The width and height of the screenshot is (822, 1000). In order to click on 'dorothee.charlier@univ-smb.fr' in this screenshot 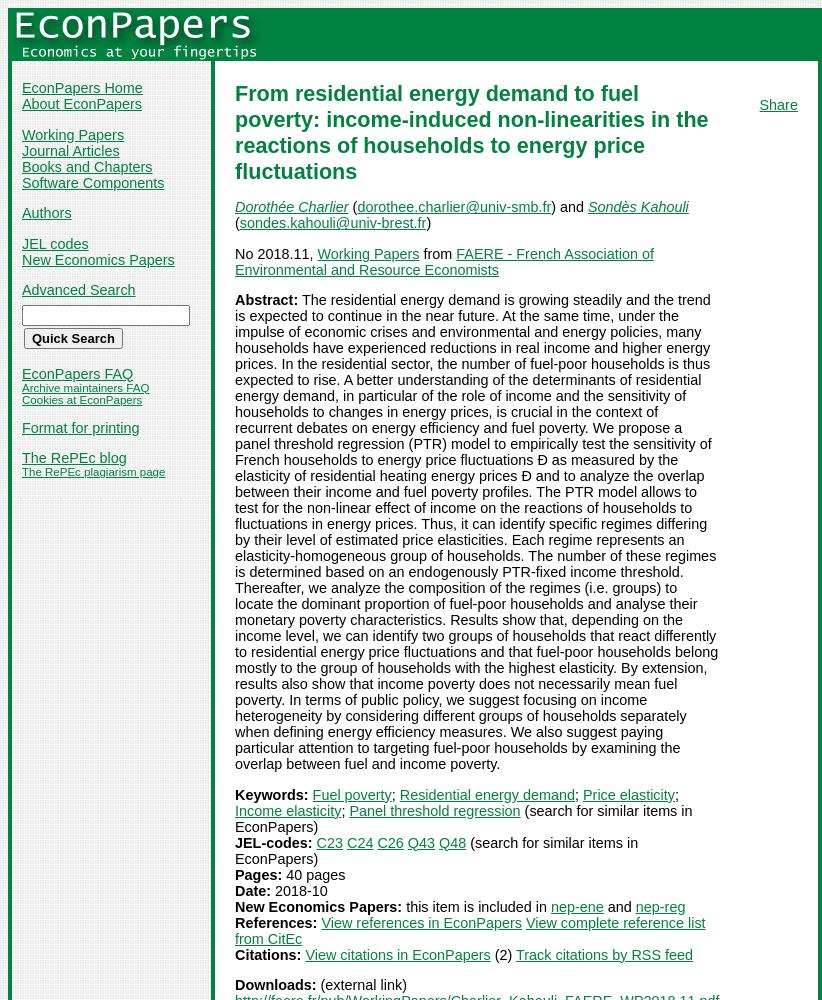, I will do `click(355, 206)`.